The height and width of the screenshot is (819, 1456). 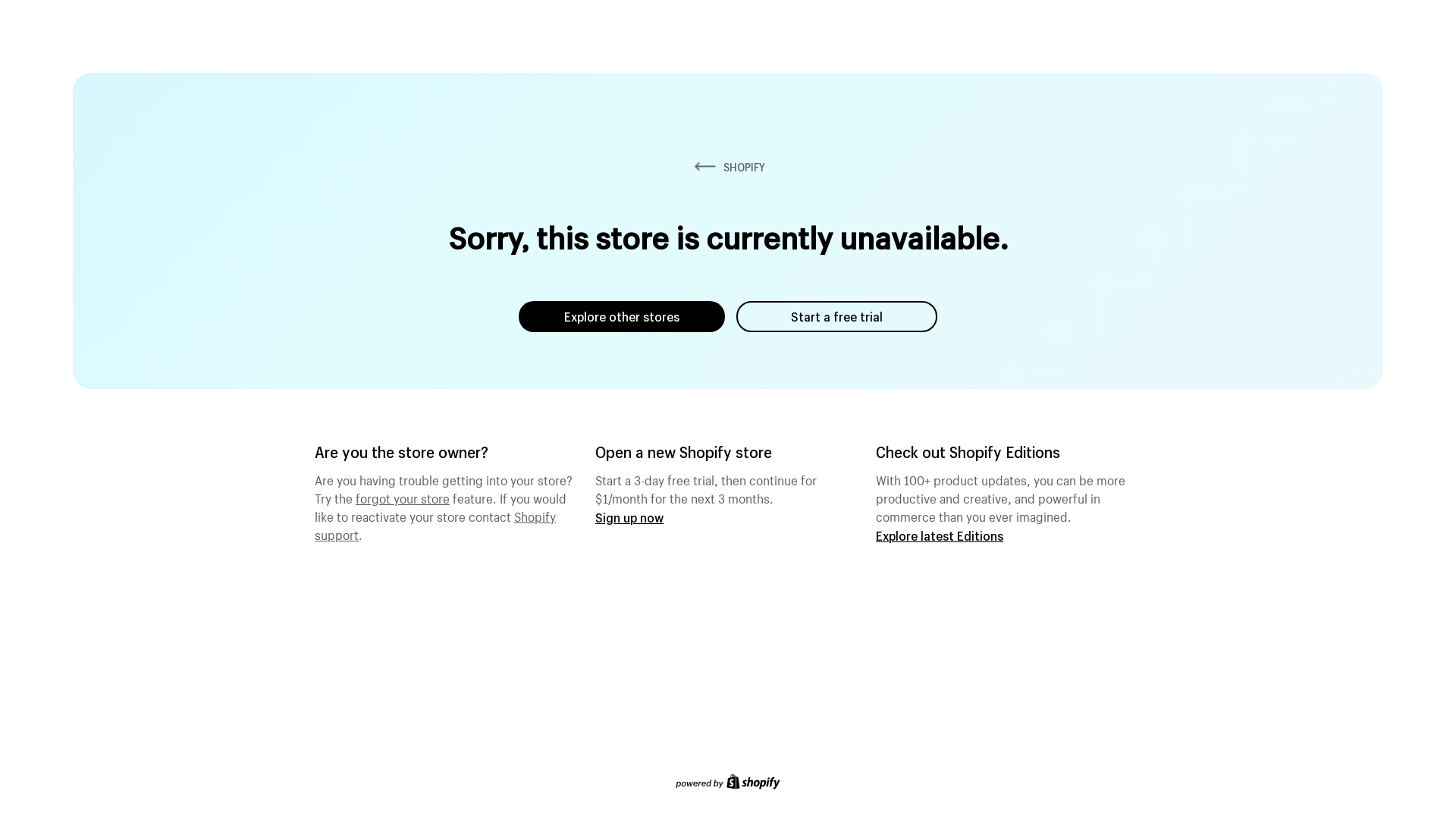 What do you see at coordinates (876, 535) in the screenshot?
I see `'Explore latest Editions'` at bounding box center [876, 535].